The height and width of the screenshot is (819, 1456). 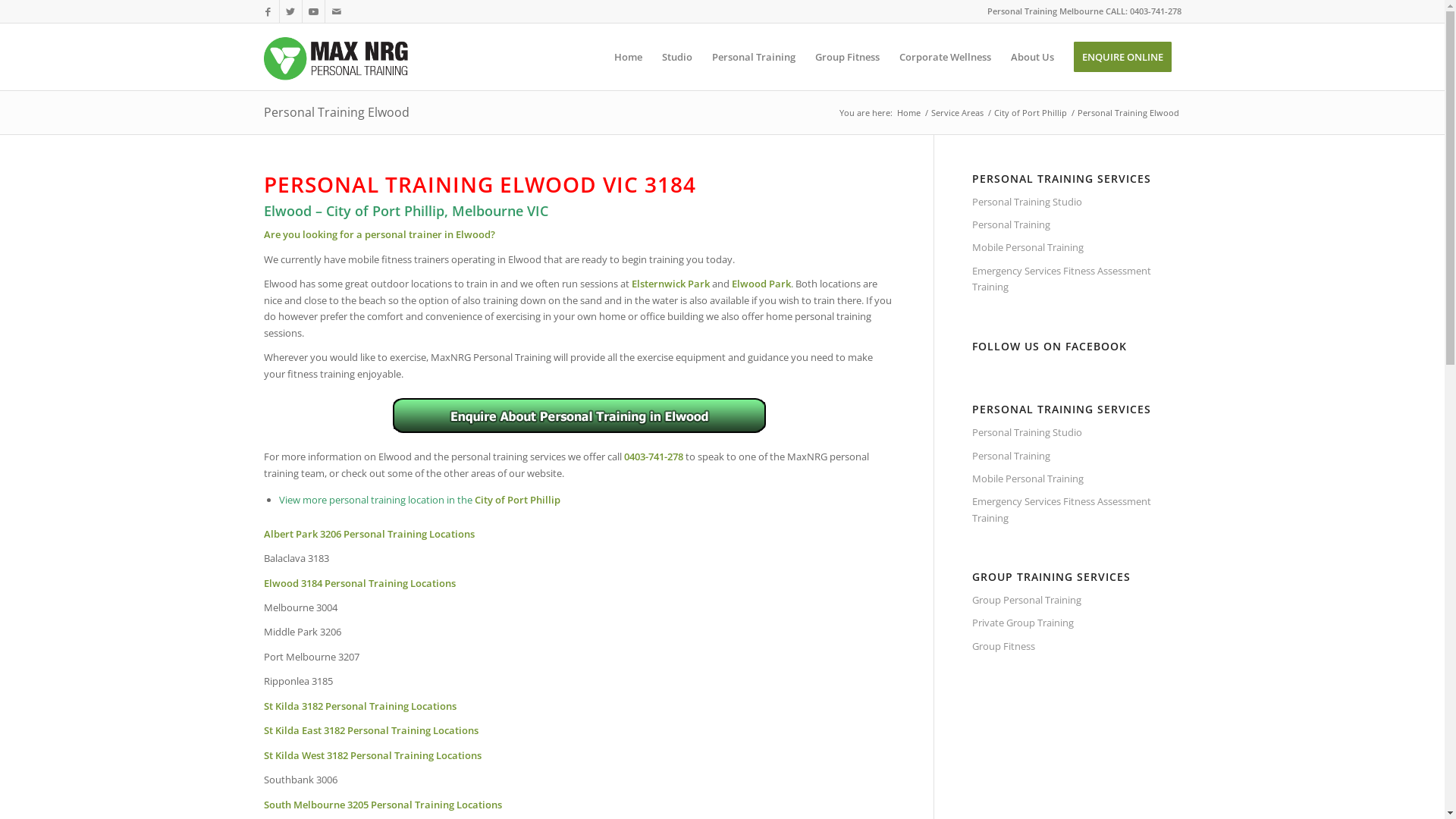 I want to click on 'Facebook', so click(x=267, y=11).